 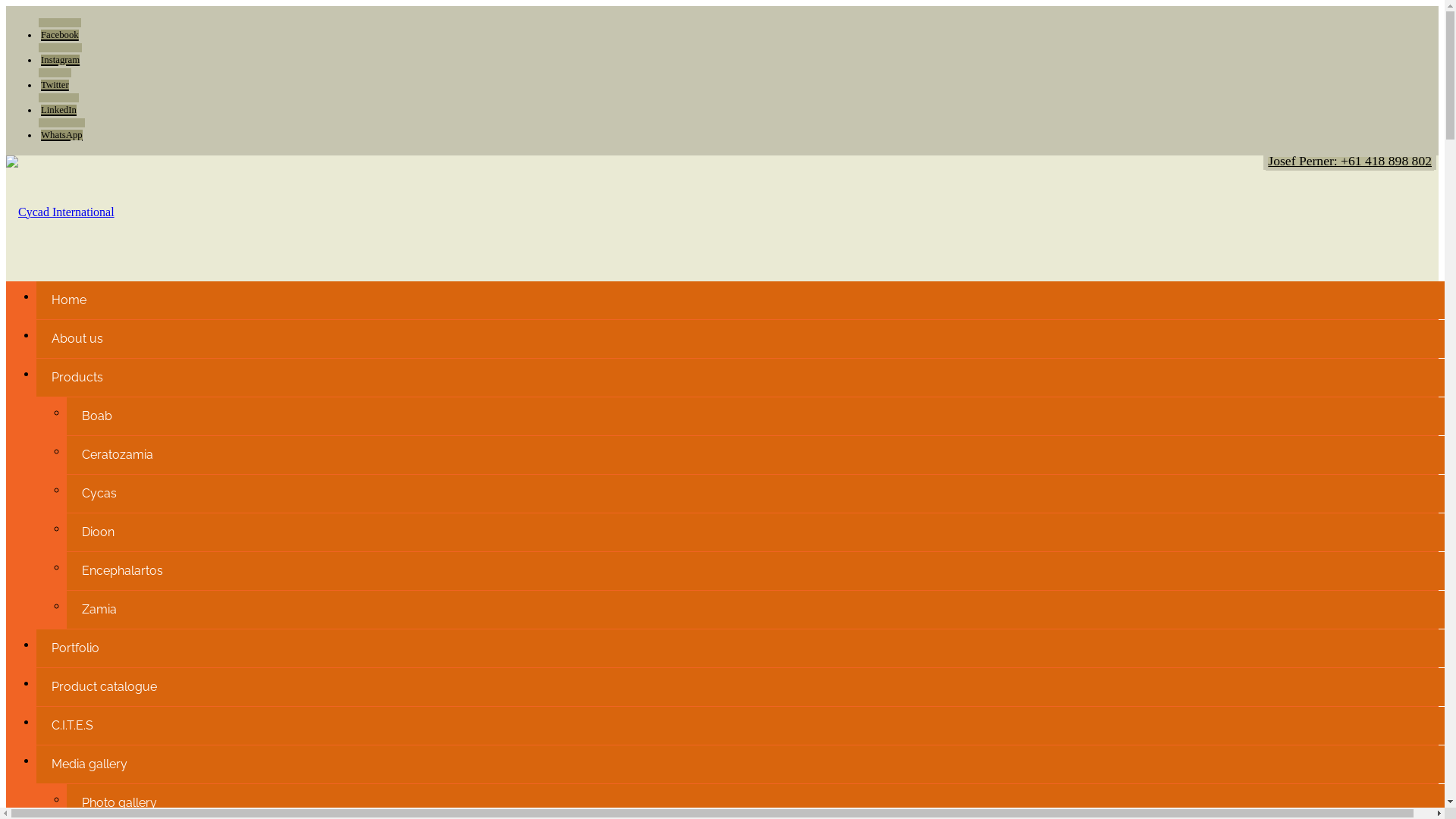 I want to click on 'Josef Perner: +61 418 898 802', so click(x=1350, y=161).